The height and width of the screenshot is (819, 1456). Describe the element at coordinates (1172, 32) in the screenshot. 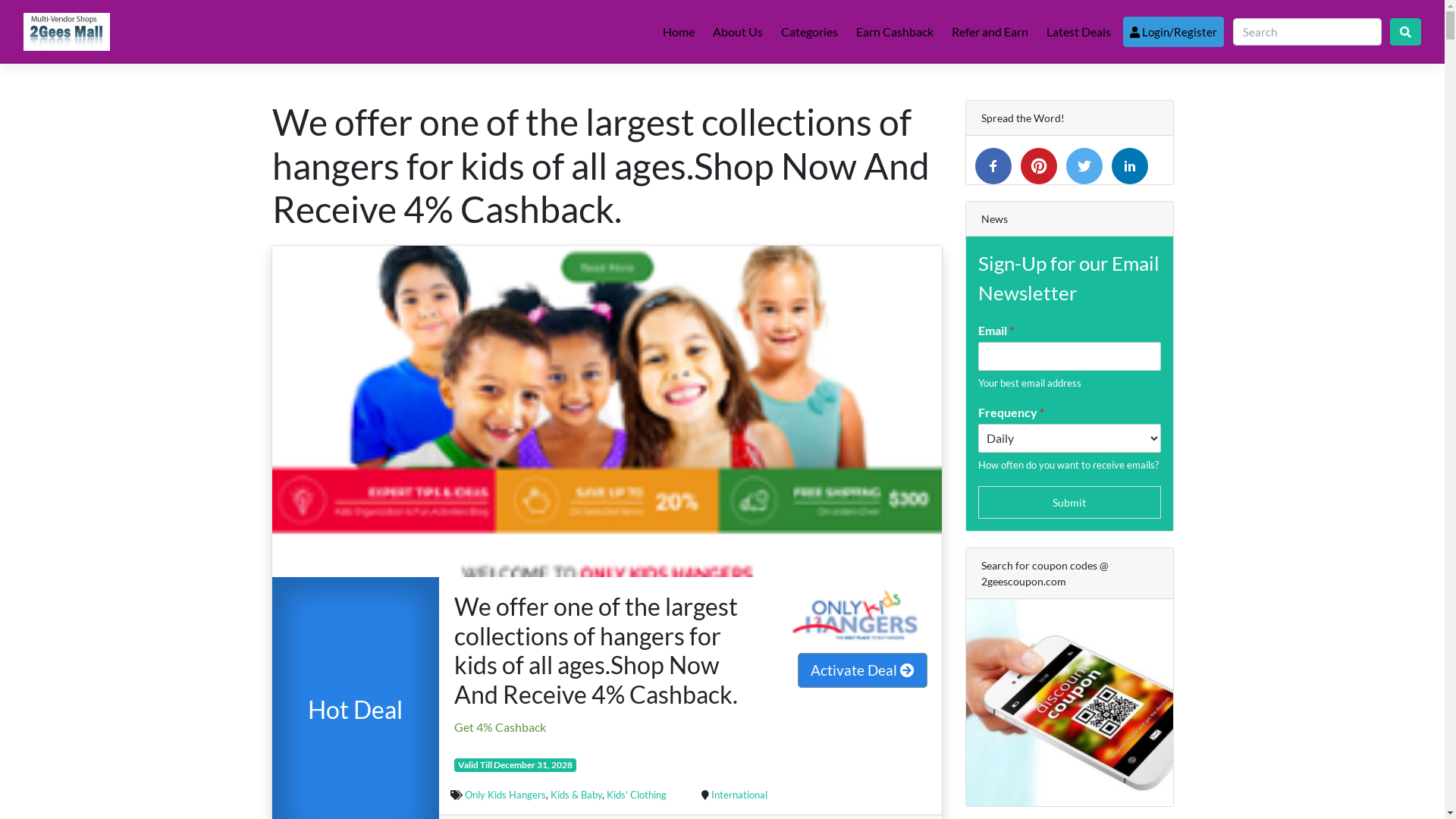

I see `'Login/Register'` at that location.